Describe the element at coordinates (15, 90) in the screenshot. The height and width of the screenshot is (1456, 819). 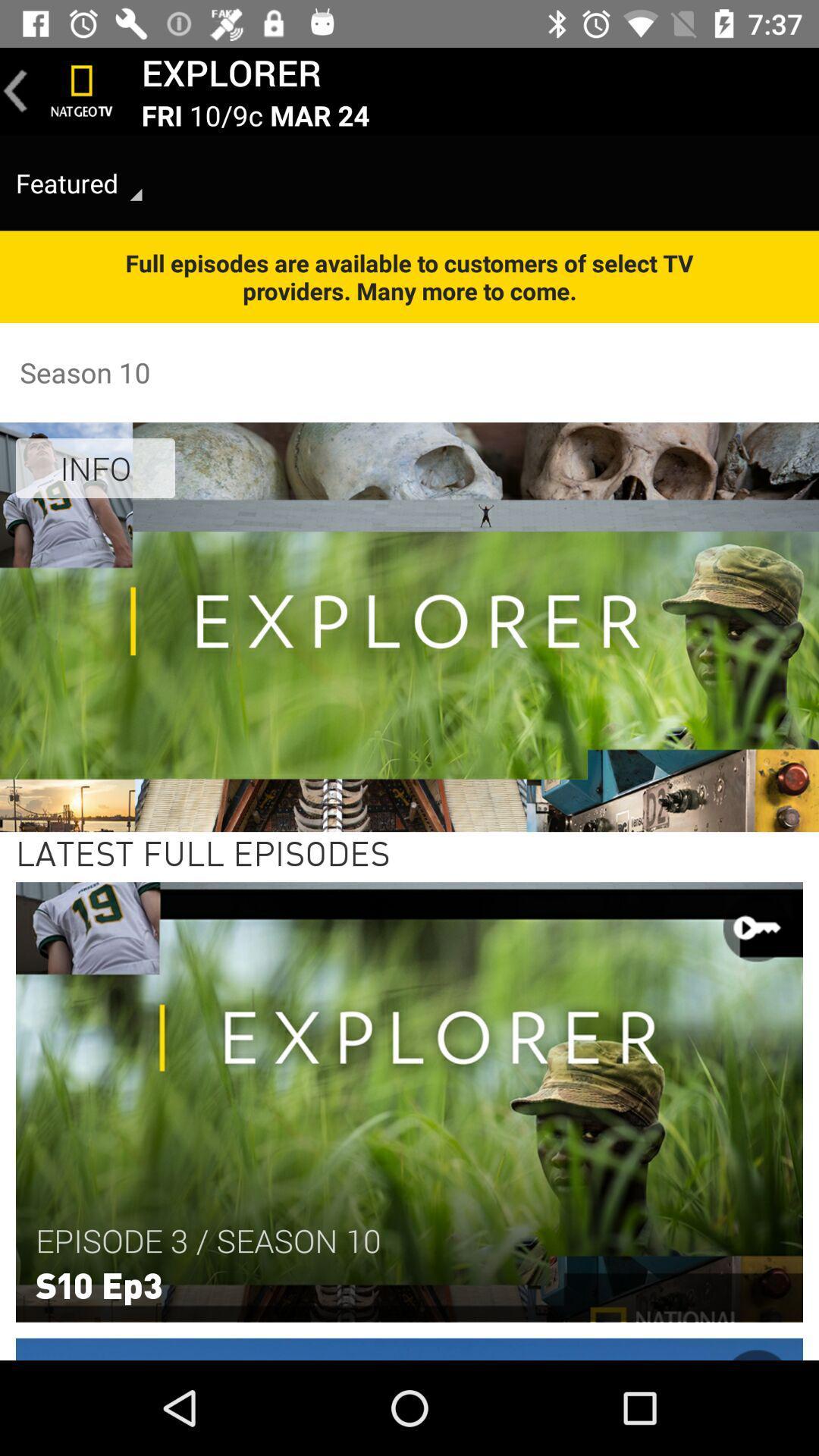
I see `page back` at that location.